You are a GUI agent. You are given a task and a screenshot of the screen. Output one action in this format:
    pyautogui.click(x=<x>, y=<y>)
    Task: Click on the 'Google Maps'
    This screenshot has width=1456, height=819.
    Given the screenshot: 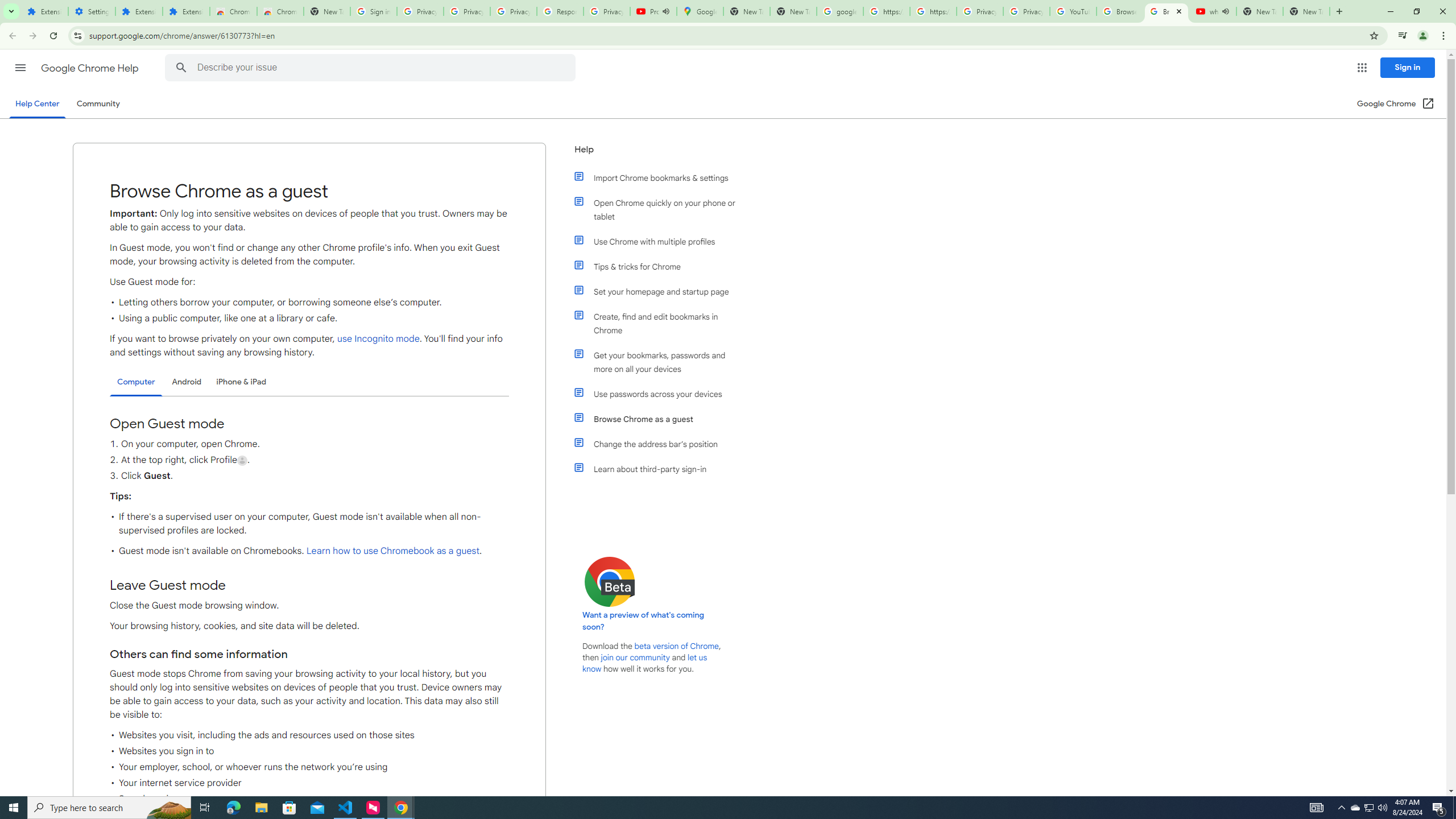 What is the action you would take?
    pyautogui.click(x=700, y=11)
    